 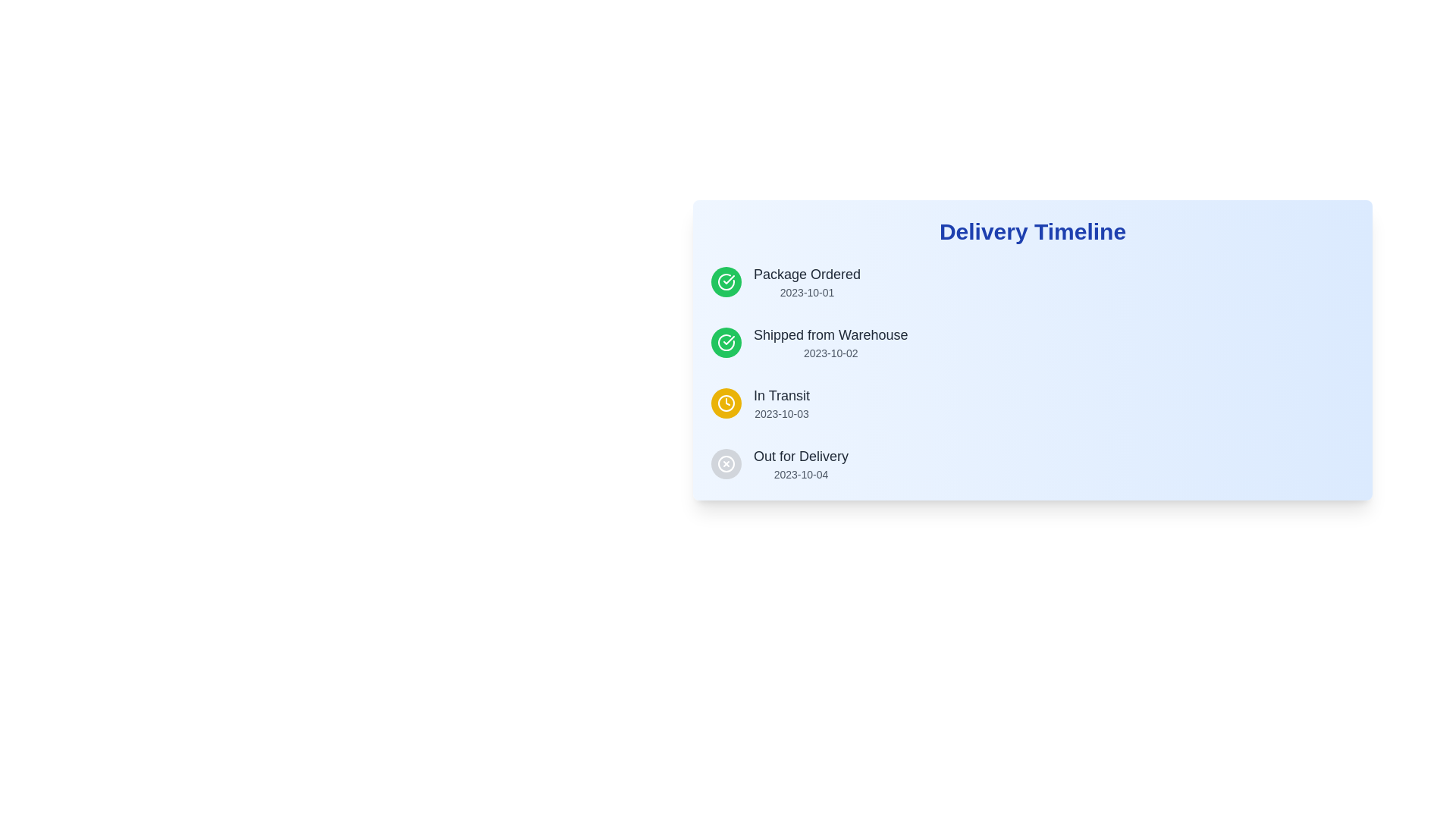 I want to click on the 'Out for Delivery' status icon in the delivery timeline, so click(x=726, y=463).